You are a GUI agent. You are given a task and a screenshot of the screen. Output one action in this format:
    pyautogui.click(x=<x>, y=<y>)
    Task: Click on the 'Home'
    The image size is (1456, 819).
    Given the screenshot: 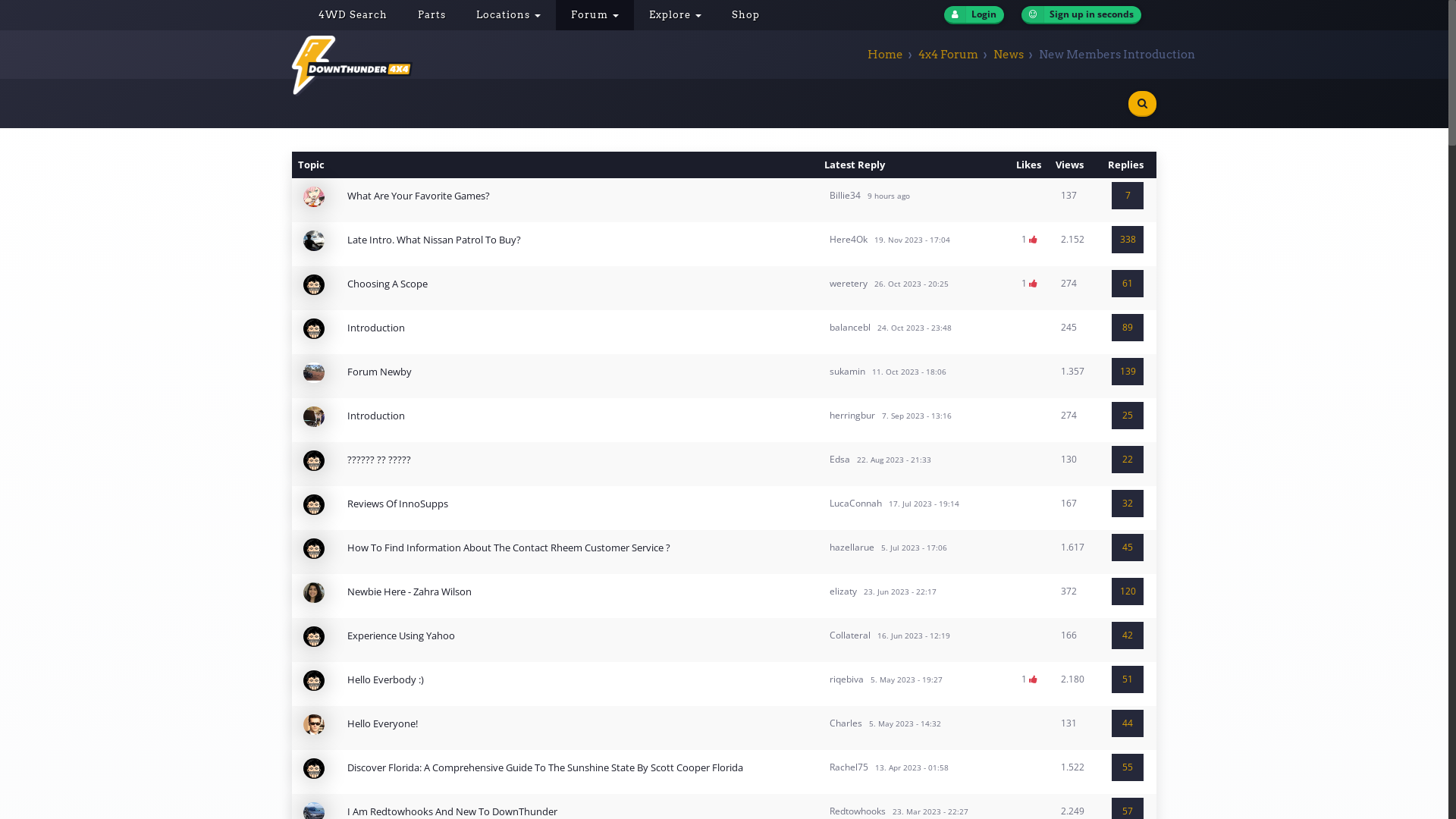 What is the action you would take?
    pyautogui.click(x=885, y=54)
    